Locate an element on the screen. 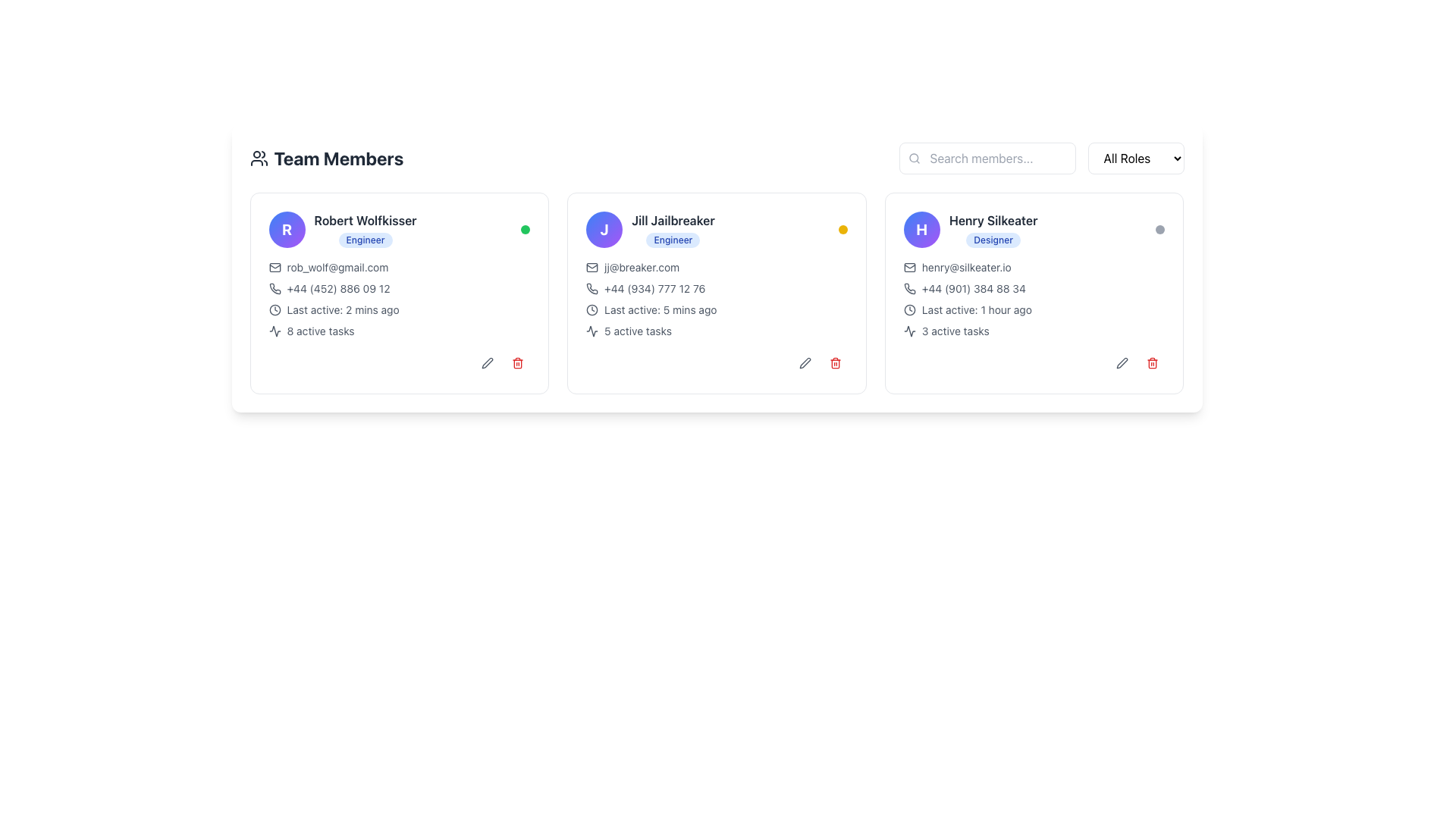 This screenshot has height=819, width=1456. the decorative email icon located to the left of the text 'henry@silkeater.io' under the user's name 'Henry Silkeater' is located at coordinates (909, 267).